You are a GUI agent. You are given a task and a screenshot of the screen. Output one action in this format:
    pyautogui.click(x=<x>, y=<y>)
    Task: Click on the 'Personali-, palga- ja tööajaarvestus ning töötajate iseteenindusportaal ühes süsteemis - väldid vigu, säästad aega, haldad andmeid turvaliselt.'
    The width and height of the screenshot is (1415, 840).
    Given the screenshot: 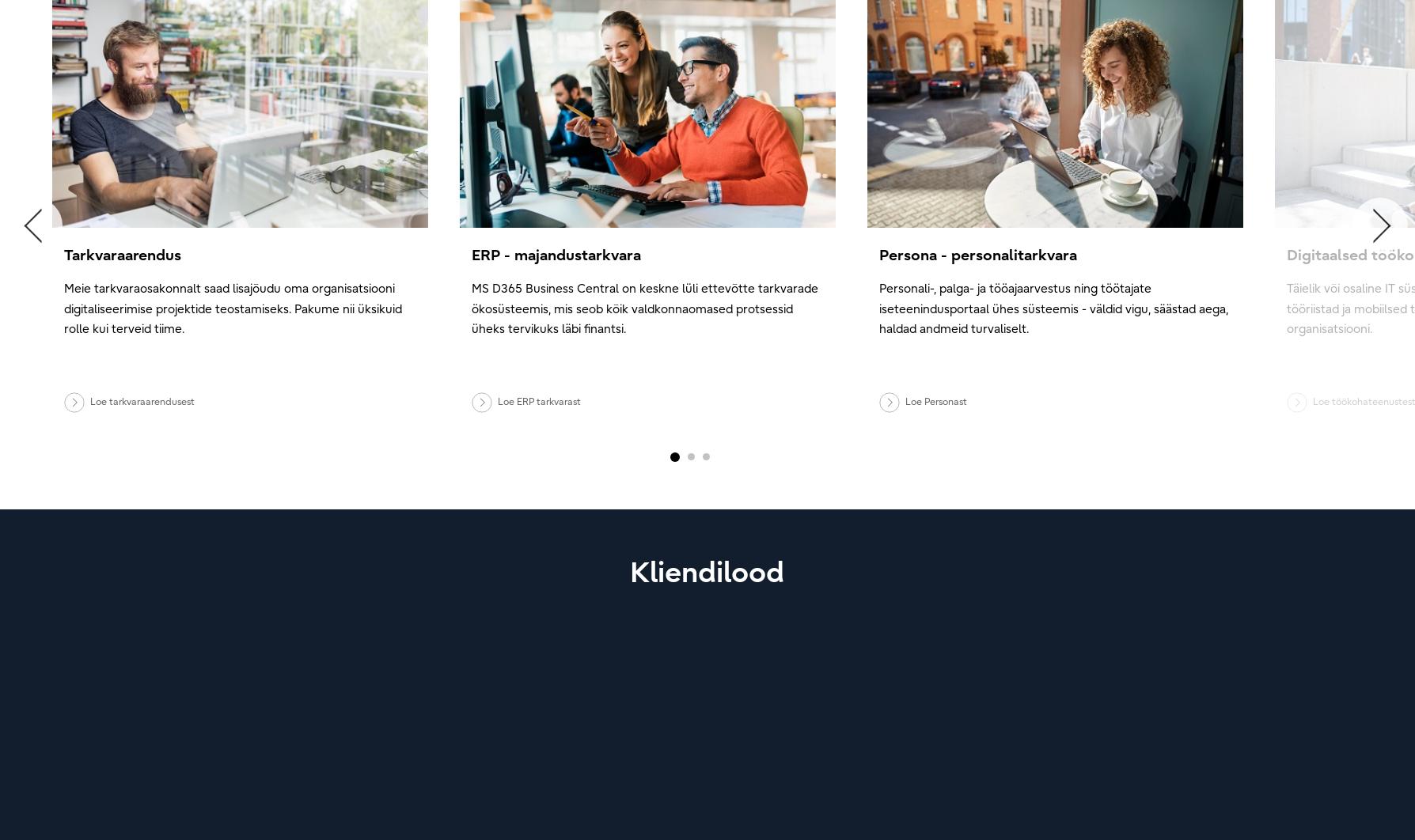 What is the action you would take?
    pyautogui.click(x=1053, y=308)
    